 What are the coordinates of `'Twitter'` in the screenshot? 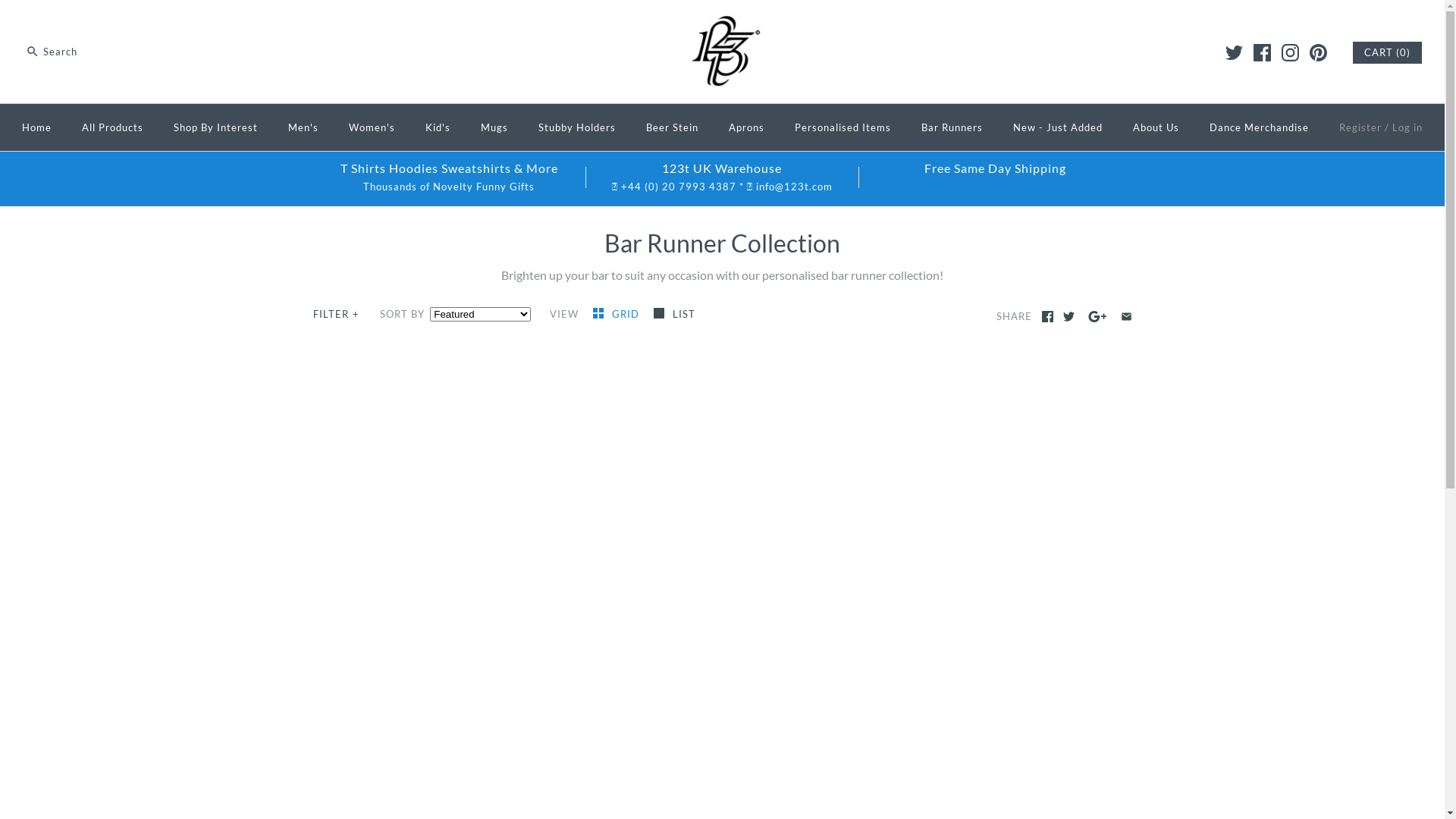 It's located at (1225, 52).